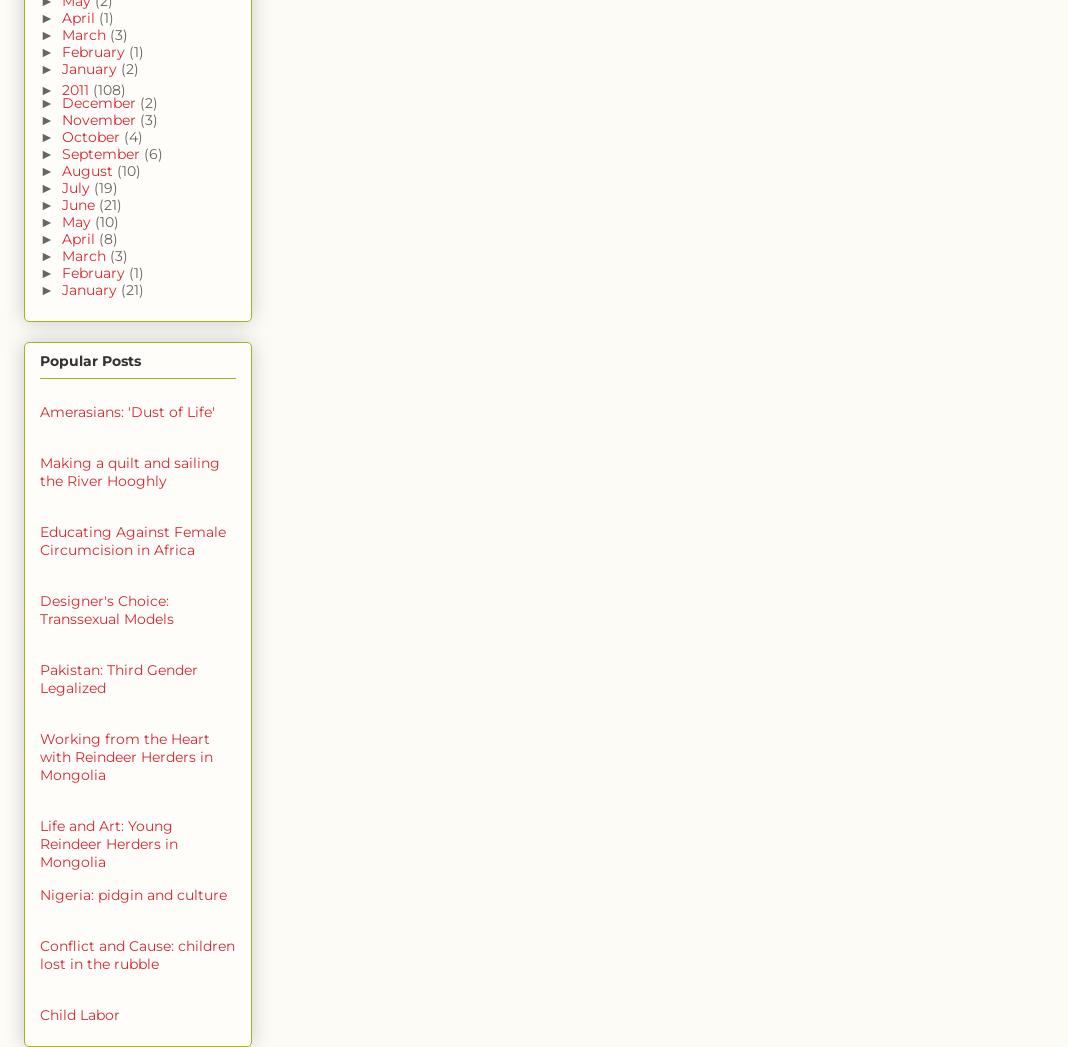  I want to click on '(8)', so click(106, 239).